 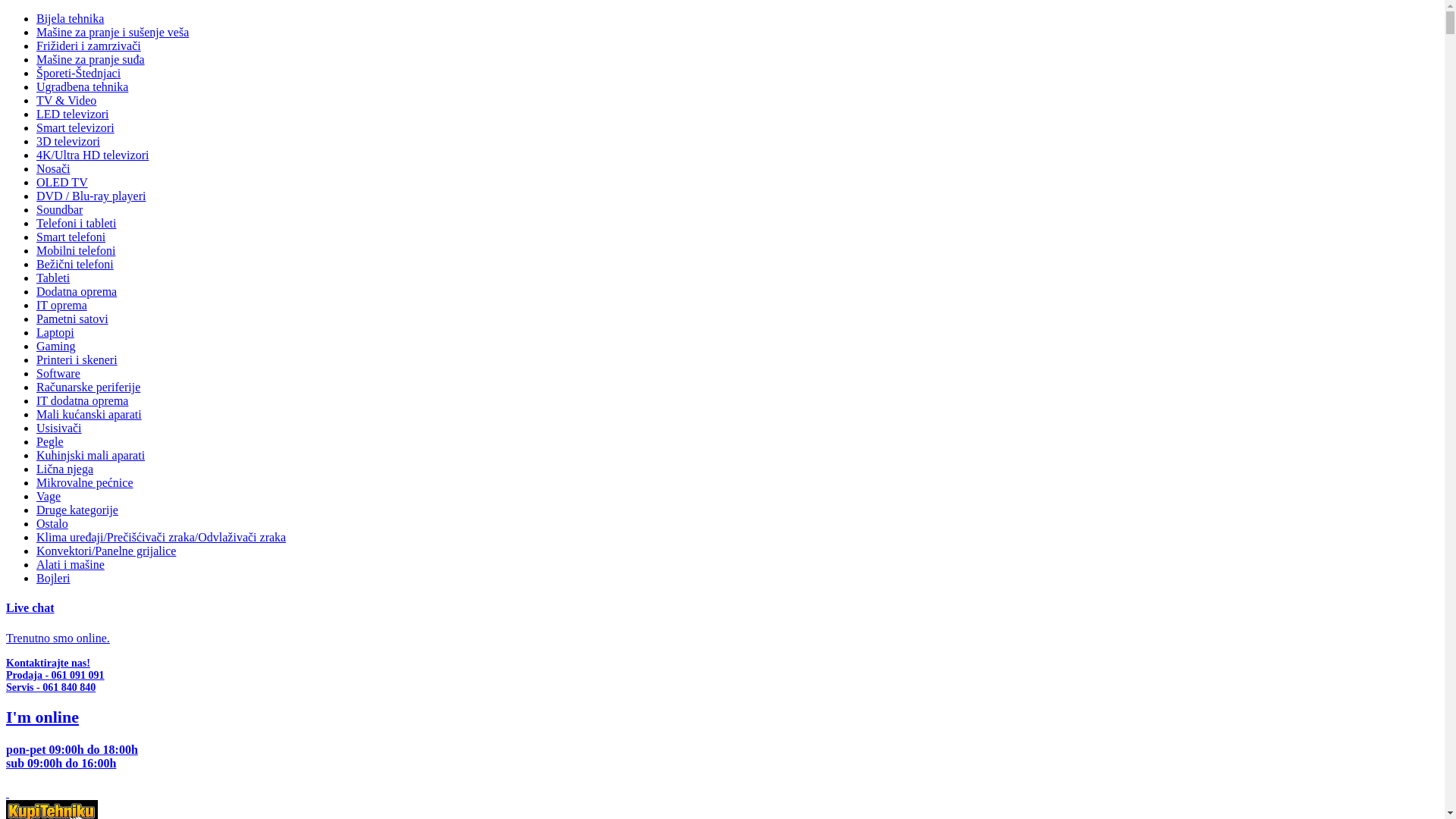 I want to click on 'Tableti', so click(x=36, y=278).